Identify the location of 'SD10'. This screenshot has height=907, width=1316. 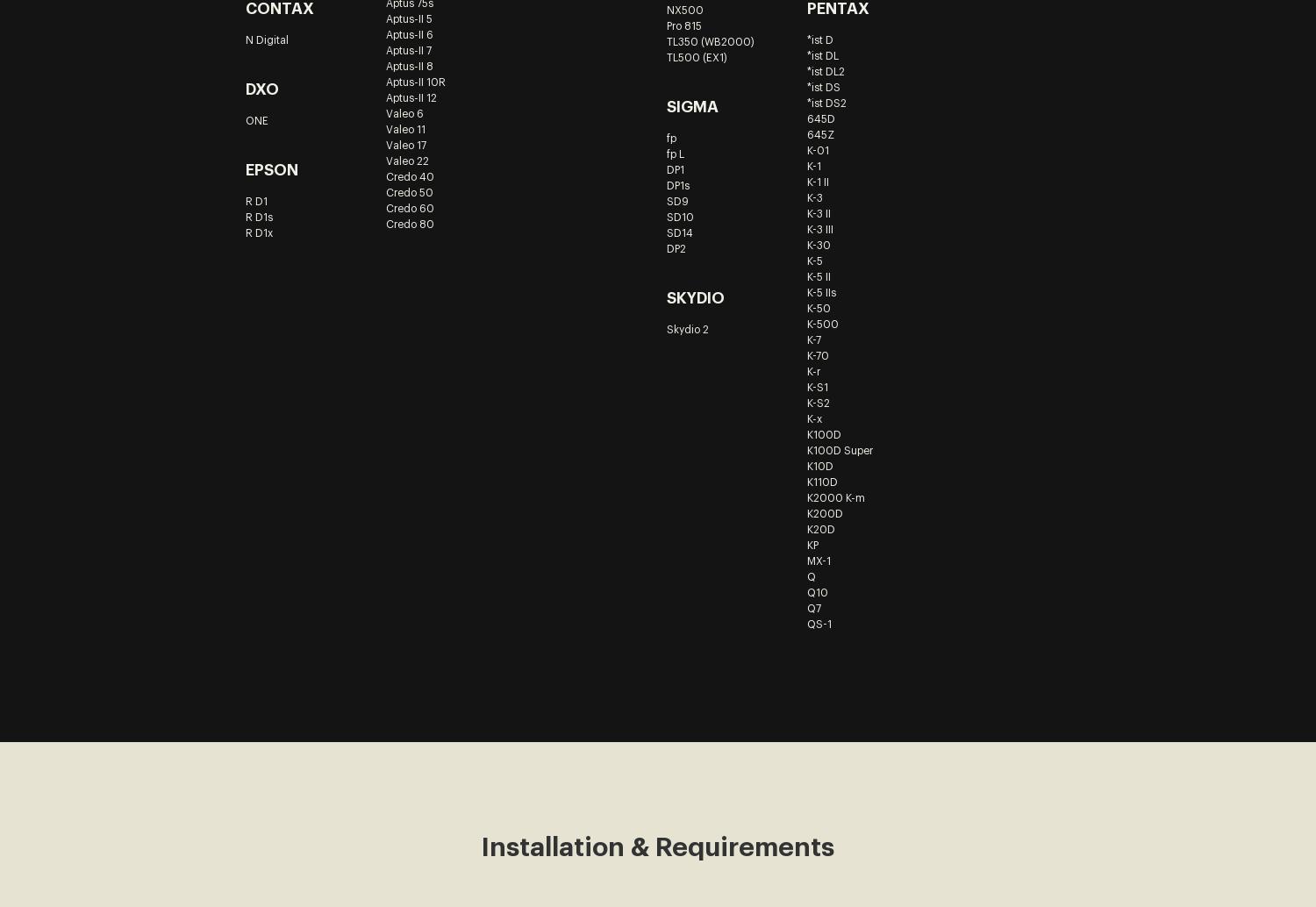
(679, 217).